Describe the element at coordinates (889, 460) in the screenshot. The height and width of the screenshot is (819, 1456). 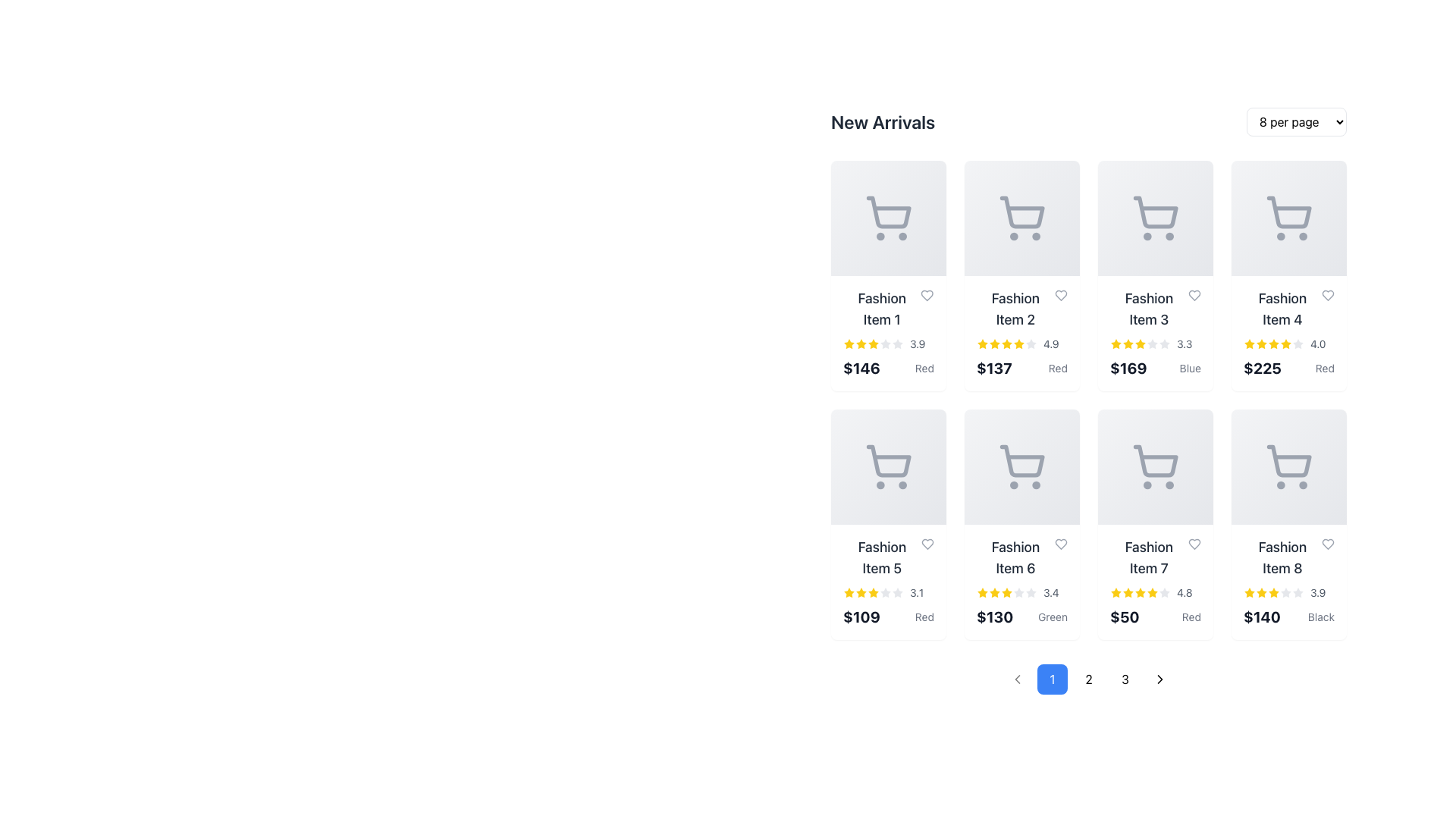
I see `the main structure of the shopping cart icon located in the card of 'Fashion Item 5' in the grid layout, specifically in the second row and first column` at that location.